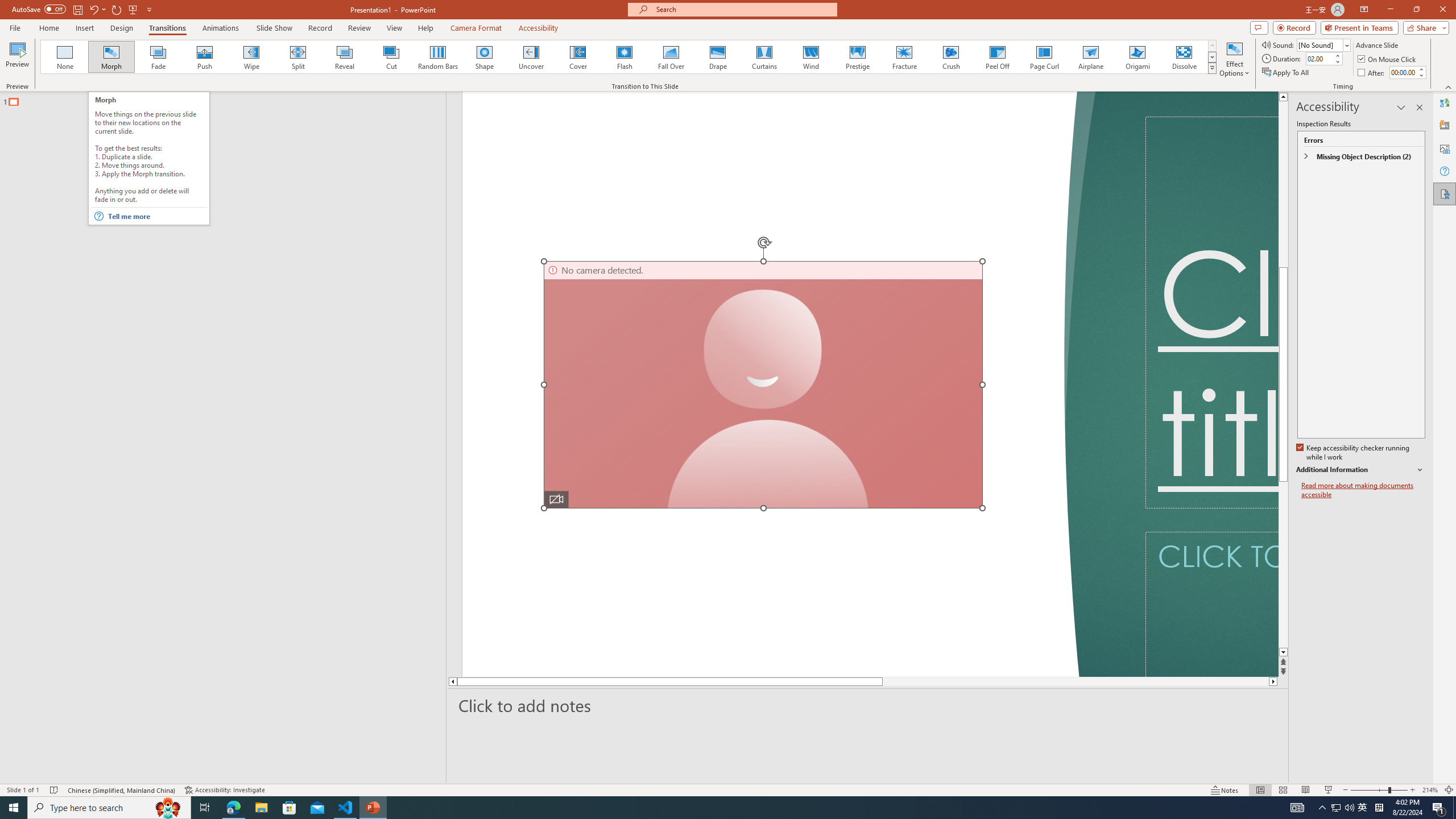 The width and height of the screenshot is (1456, 819). What do you see at coordinates (345, 56) in the screenshot?
I see `'Reveal'` at bounding box center [345, 56].